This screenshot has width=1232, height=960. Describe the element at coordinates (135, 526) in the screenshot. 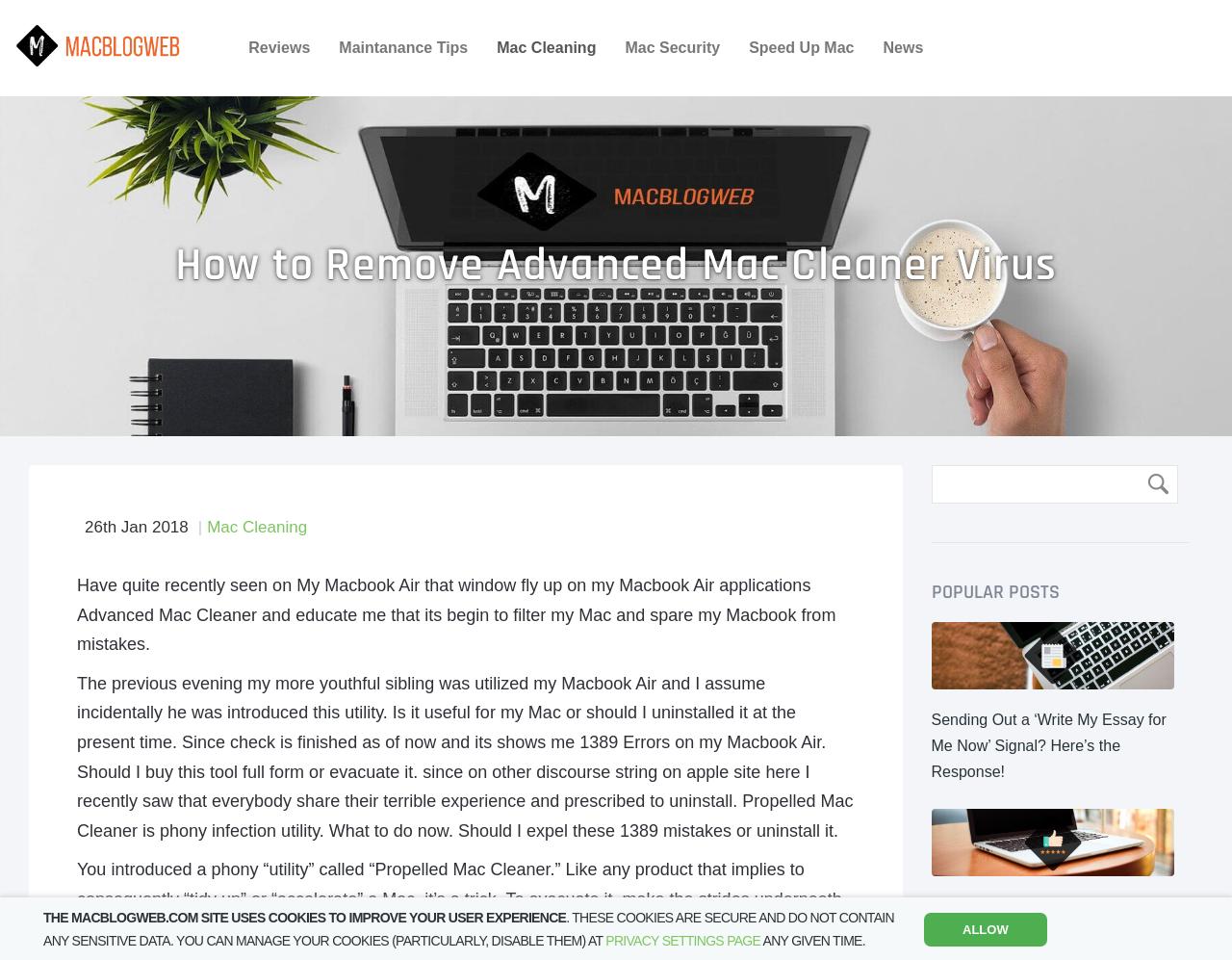

I see `'26th Jan 2018'` at that location.